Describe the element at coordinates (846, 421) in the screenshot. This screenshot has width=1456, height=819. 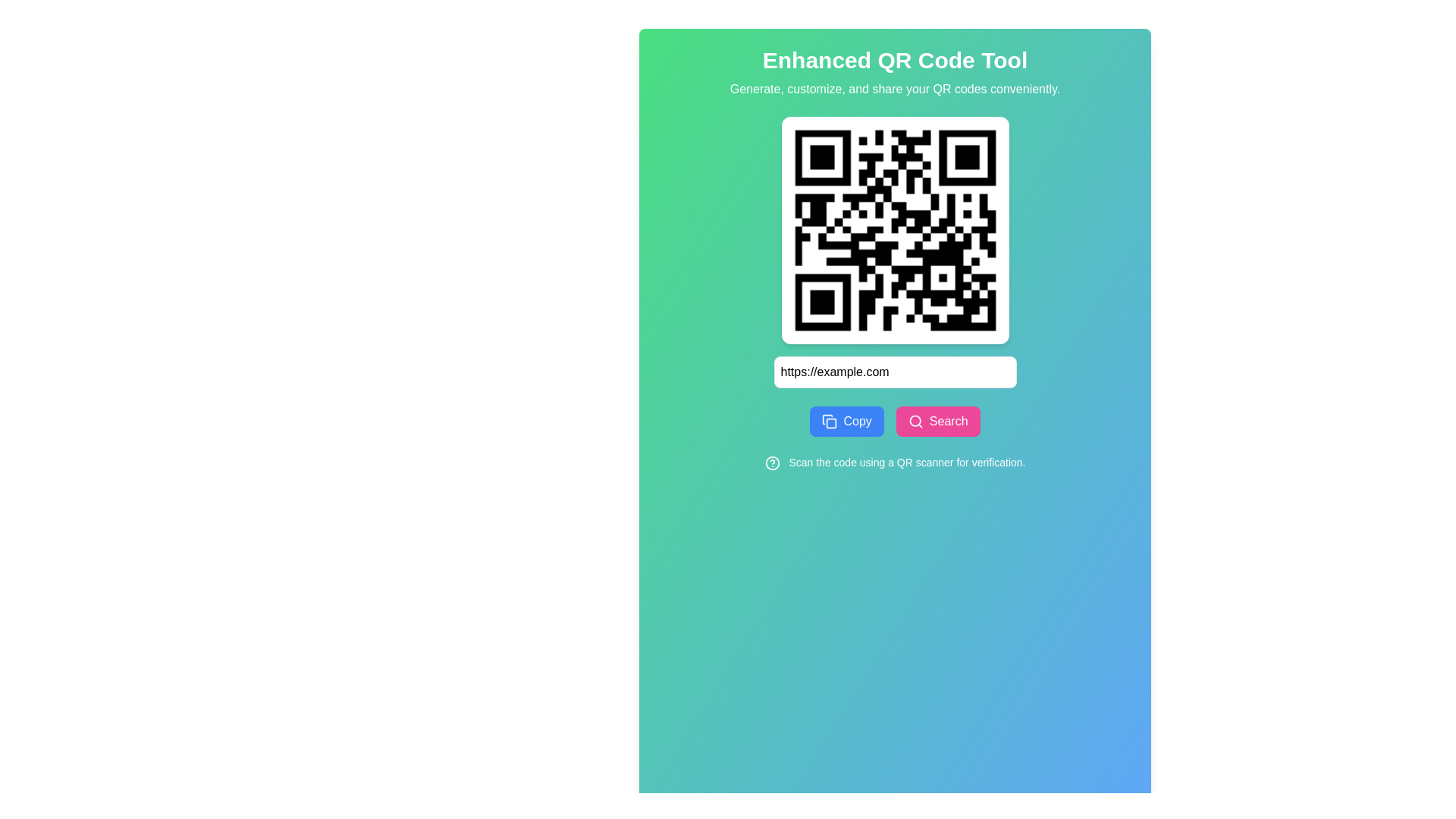
I see `the blue 'Copy' button with white text and a clipboard icon, located to the left of the 'Search' button in the 'CopySearch' section` at that location.